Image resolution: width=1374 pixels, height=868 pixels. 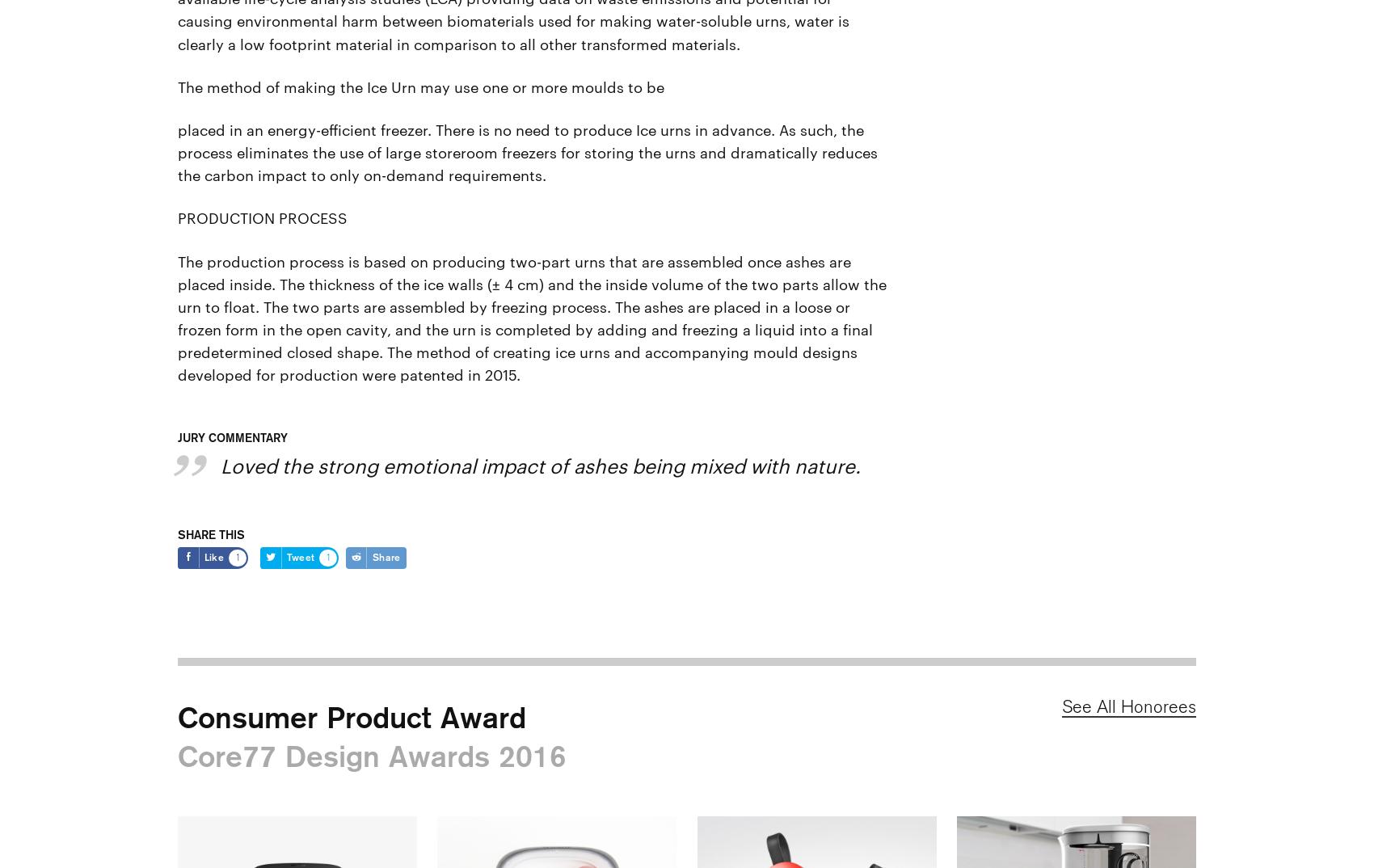 What do you see at coordinates (211, 533) in the screenshot?
I see `'Share This'` at bounding box center [211, 533].